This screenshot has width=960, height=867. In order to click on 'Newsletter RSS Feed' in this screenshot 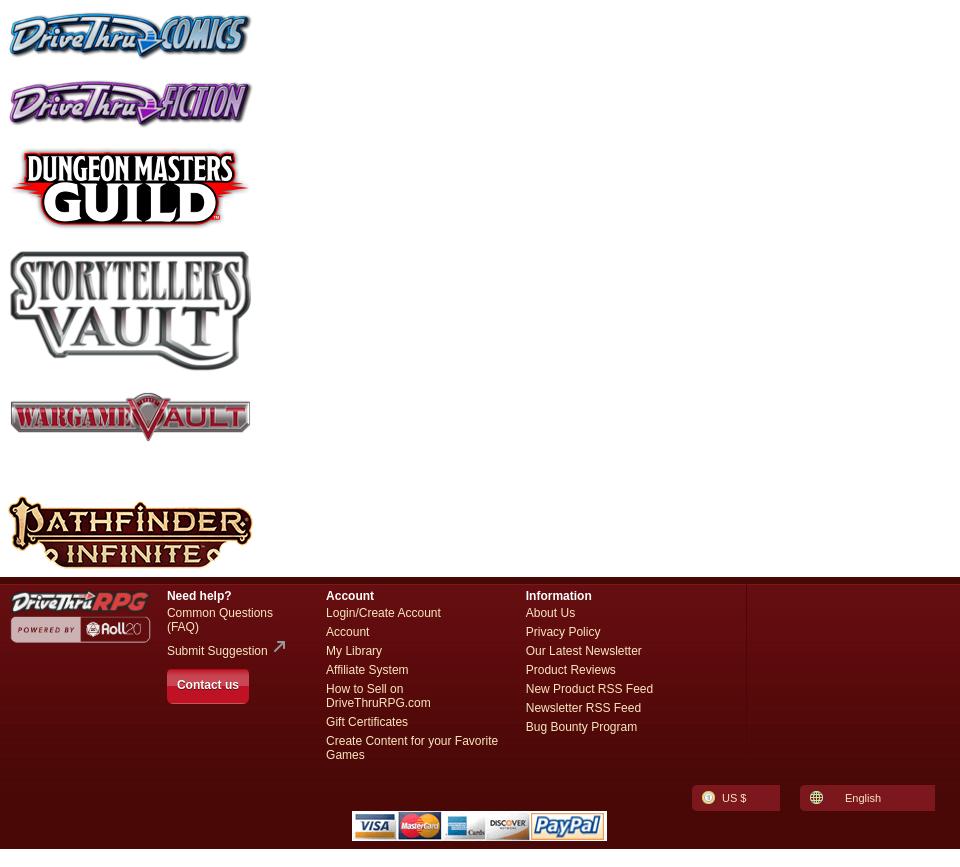, I will do `click(524, 706)`.